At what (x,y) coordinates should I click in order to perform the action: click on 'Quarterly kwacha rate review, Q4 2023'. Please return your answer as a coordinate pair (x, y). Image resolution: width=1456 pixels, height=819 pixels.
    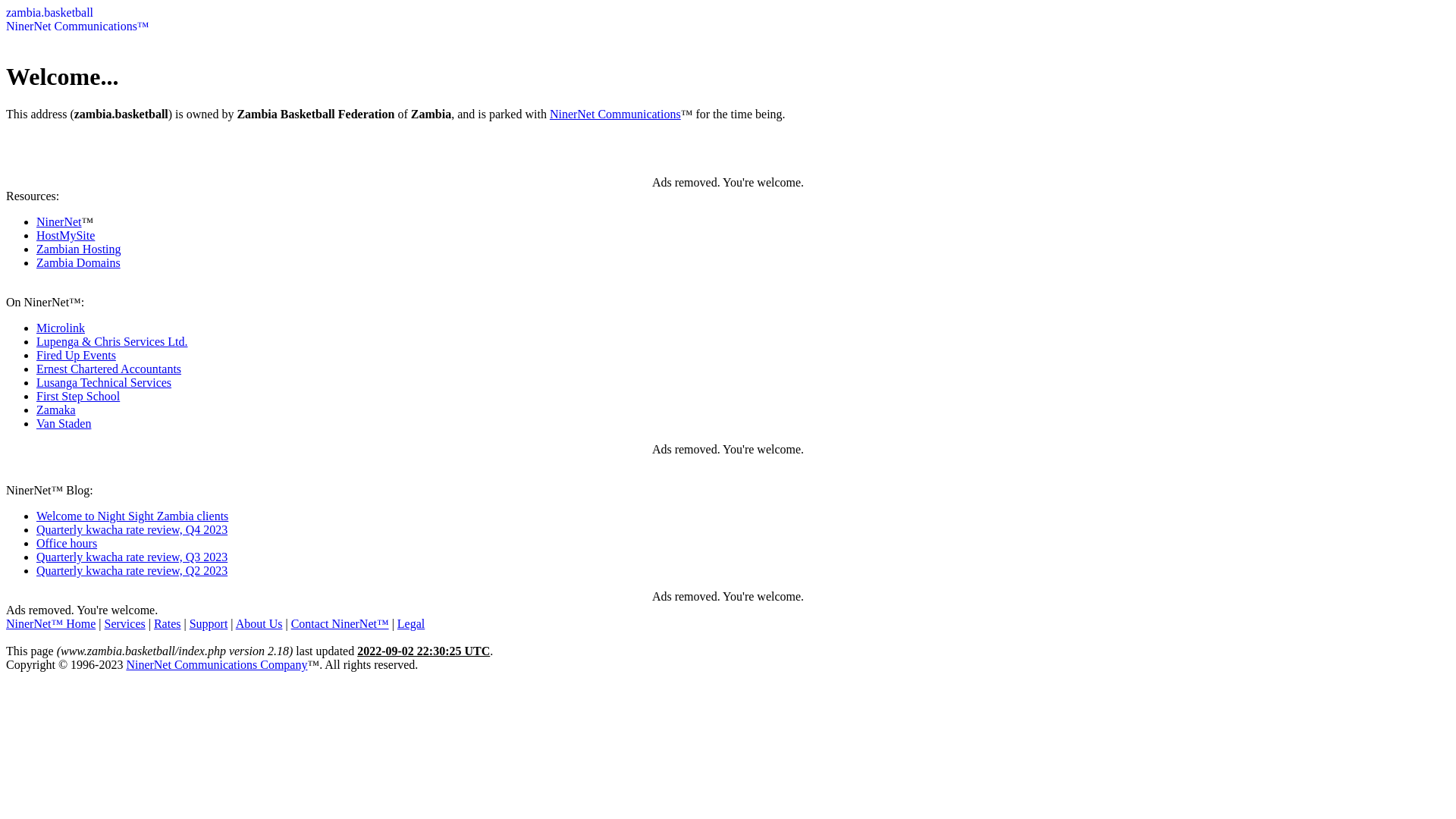
    Looking at the image, I should click on (131, 529).